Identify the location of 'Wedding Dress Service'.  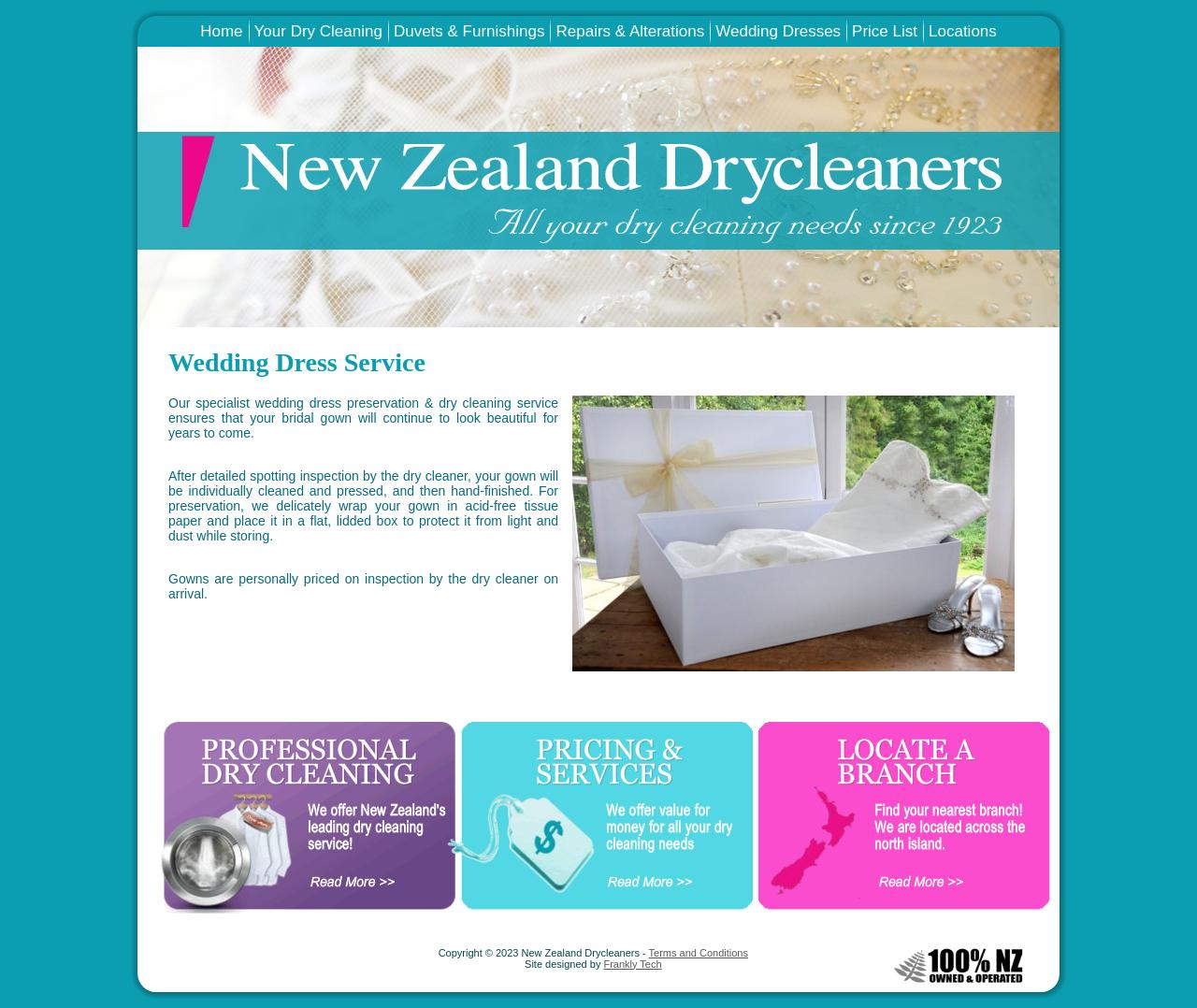
(167, 360).